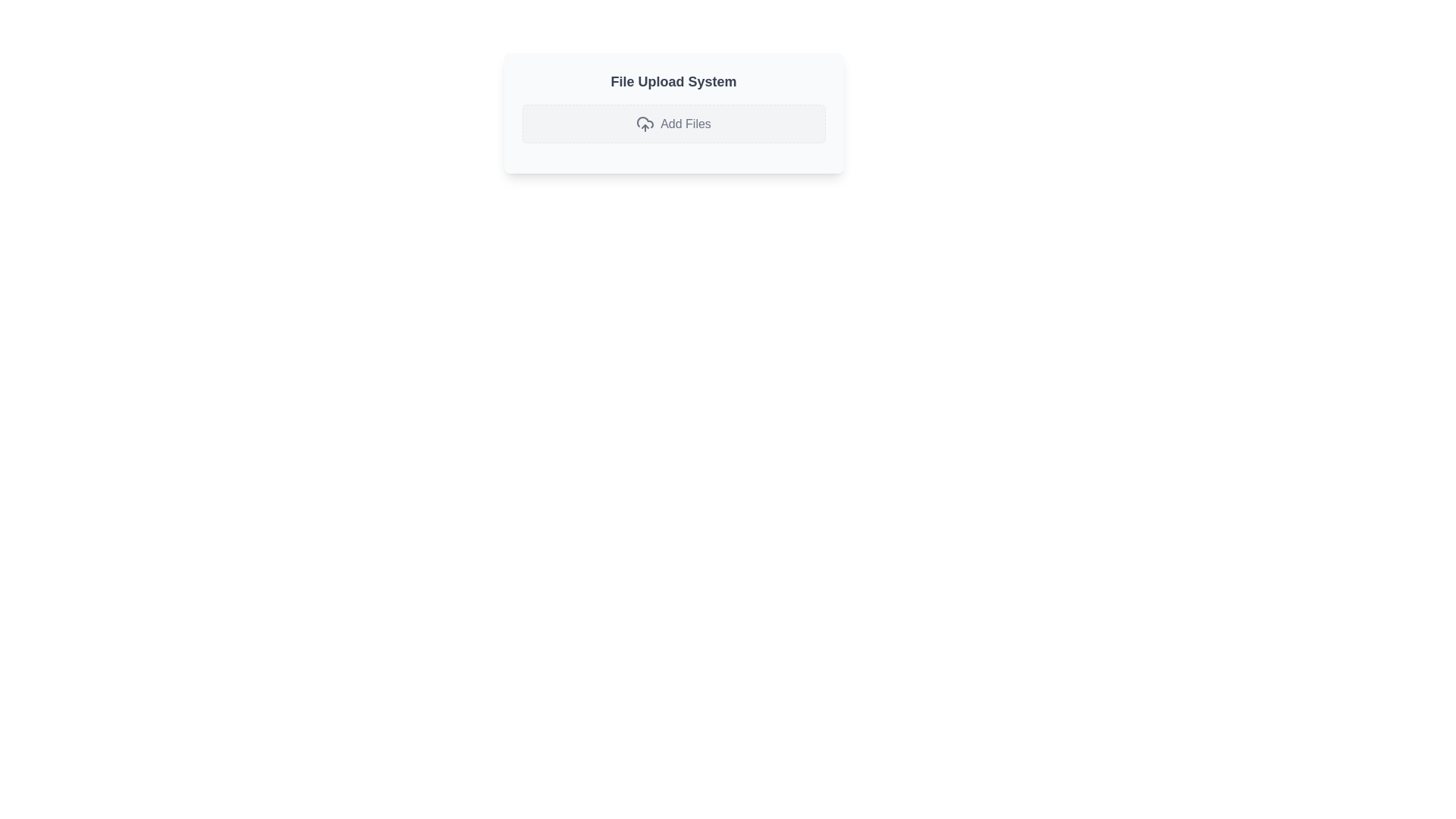 The width and height of the screenshot is (1456, 819). What do you see at coordinates (685, 123) in the screenshot?
I see `the 'Add Files' label that is located to the right of the cloud upload icon within a bordered button-like area` at bounding box center [685, 123].